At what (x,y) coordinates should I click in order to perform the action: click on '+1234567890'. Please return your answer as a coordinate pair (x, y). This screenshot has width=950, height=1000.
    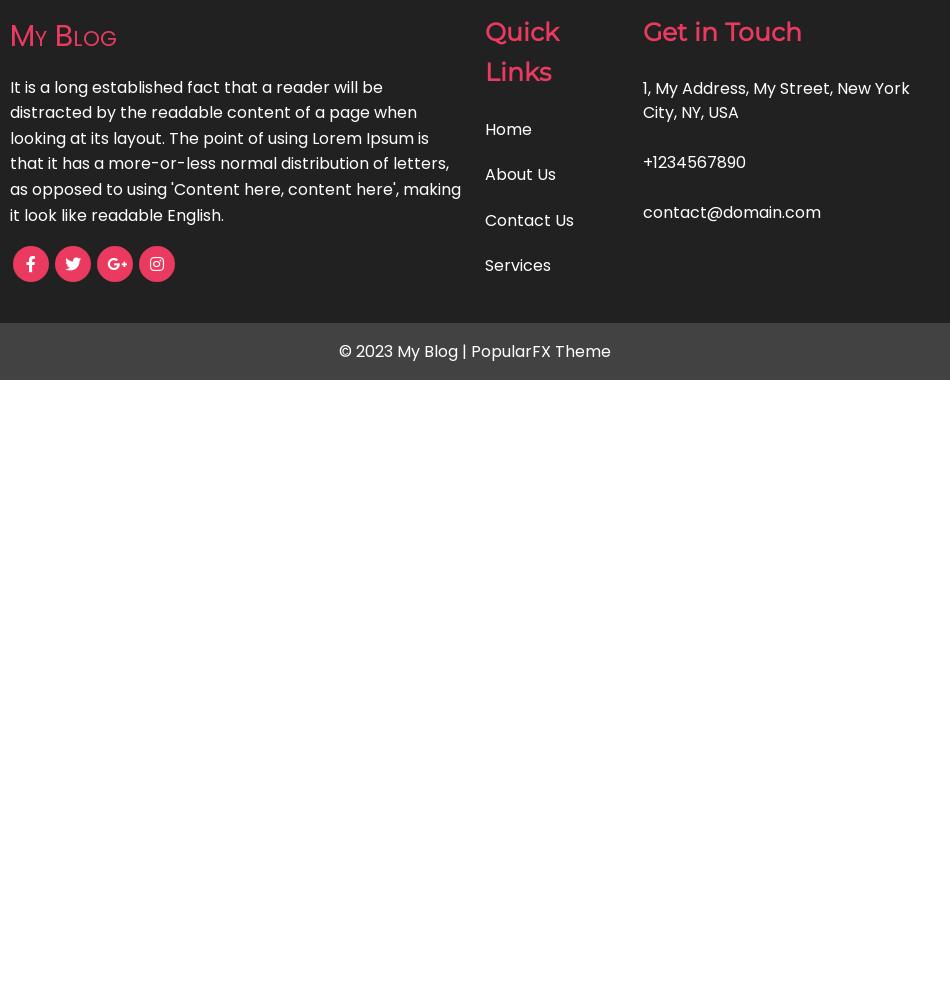
    Looking at the image, I should click on (694, 161).